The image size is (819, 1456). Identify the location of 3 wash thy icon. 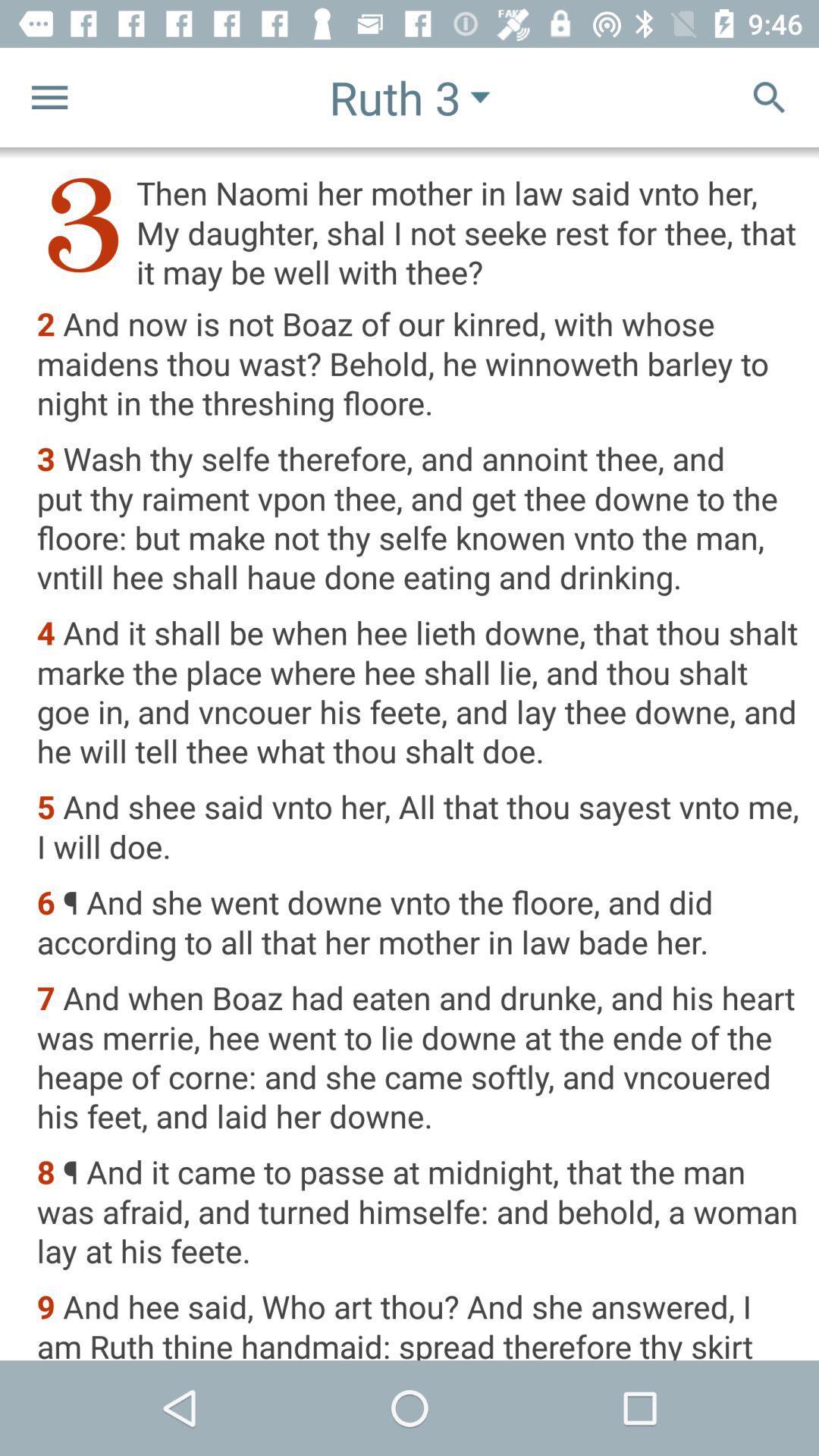
(418, 519).